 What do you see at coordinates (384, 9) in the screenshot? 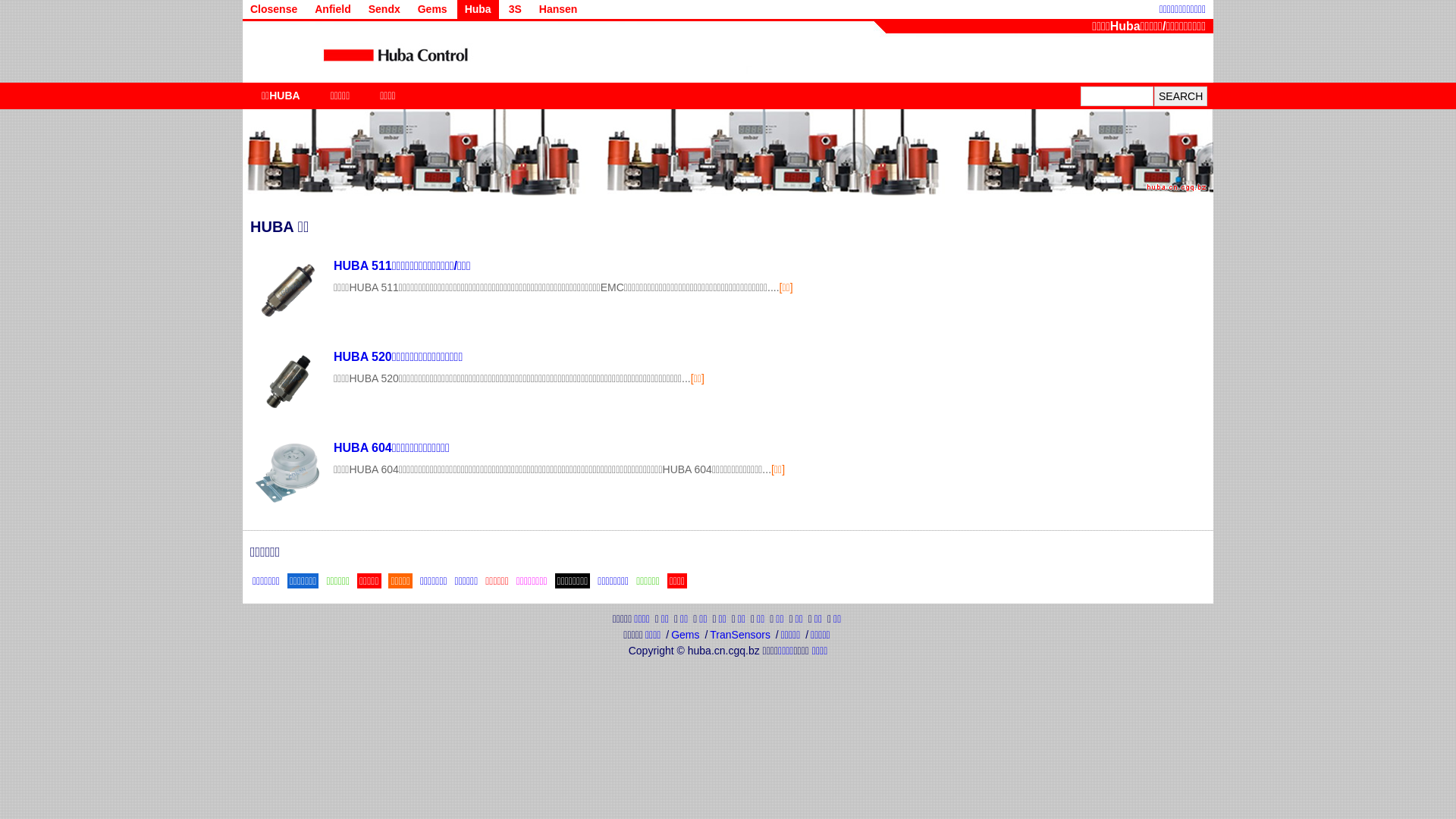
I see `'Sendx'` at bounding box center [384, 9].